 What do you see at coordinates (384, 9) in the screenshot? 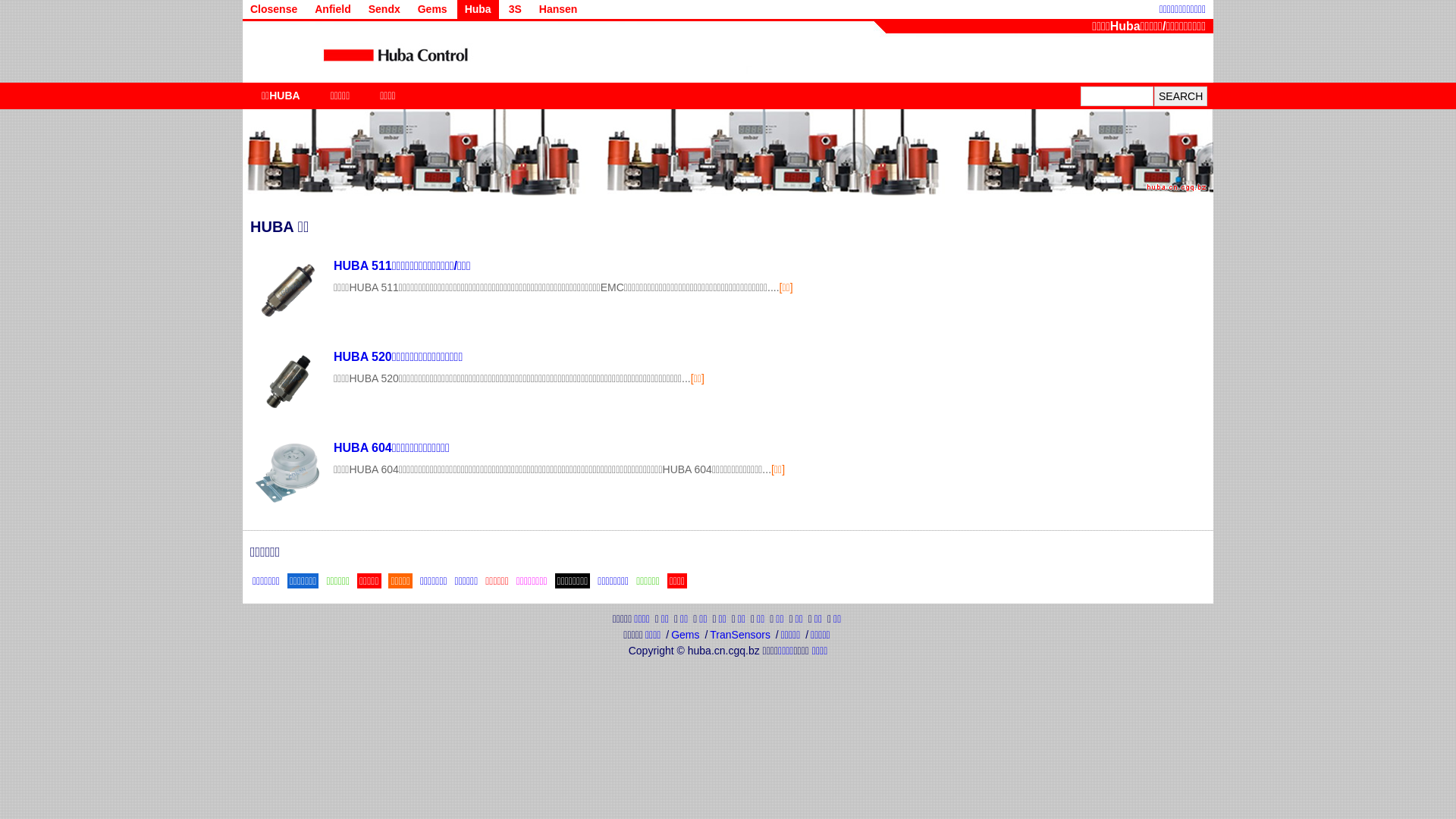
I see `'Sendx'` at bounding box center [384, 9].